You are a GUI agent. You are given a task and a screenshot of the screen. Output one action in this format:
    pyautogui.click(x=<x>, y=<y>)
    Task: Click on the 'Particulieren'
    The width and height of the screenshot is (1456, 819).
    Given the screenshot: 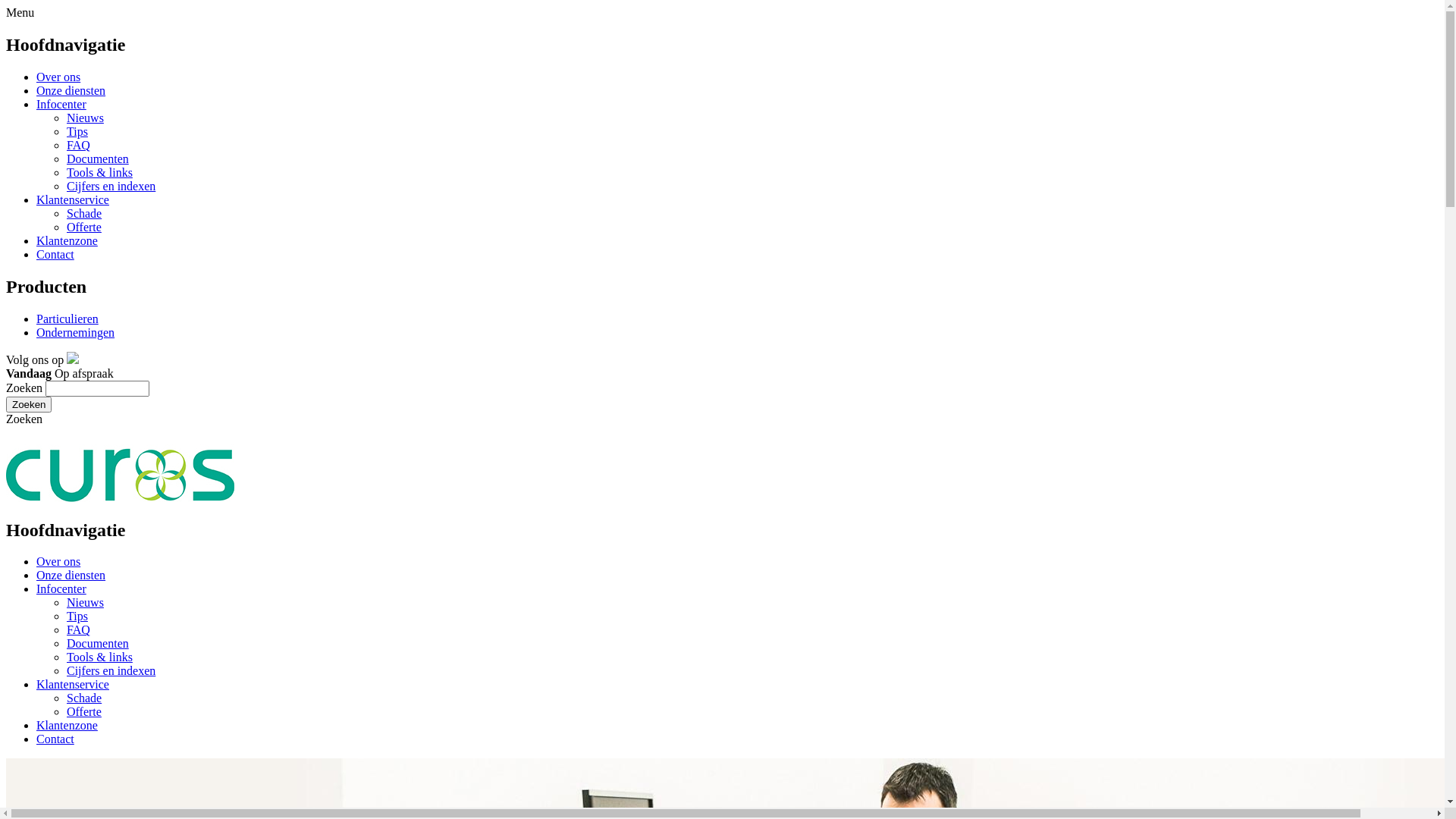 What is the action you would take?
    pyautogui.click(x=67, y=318)
    